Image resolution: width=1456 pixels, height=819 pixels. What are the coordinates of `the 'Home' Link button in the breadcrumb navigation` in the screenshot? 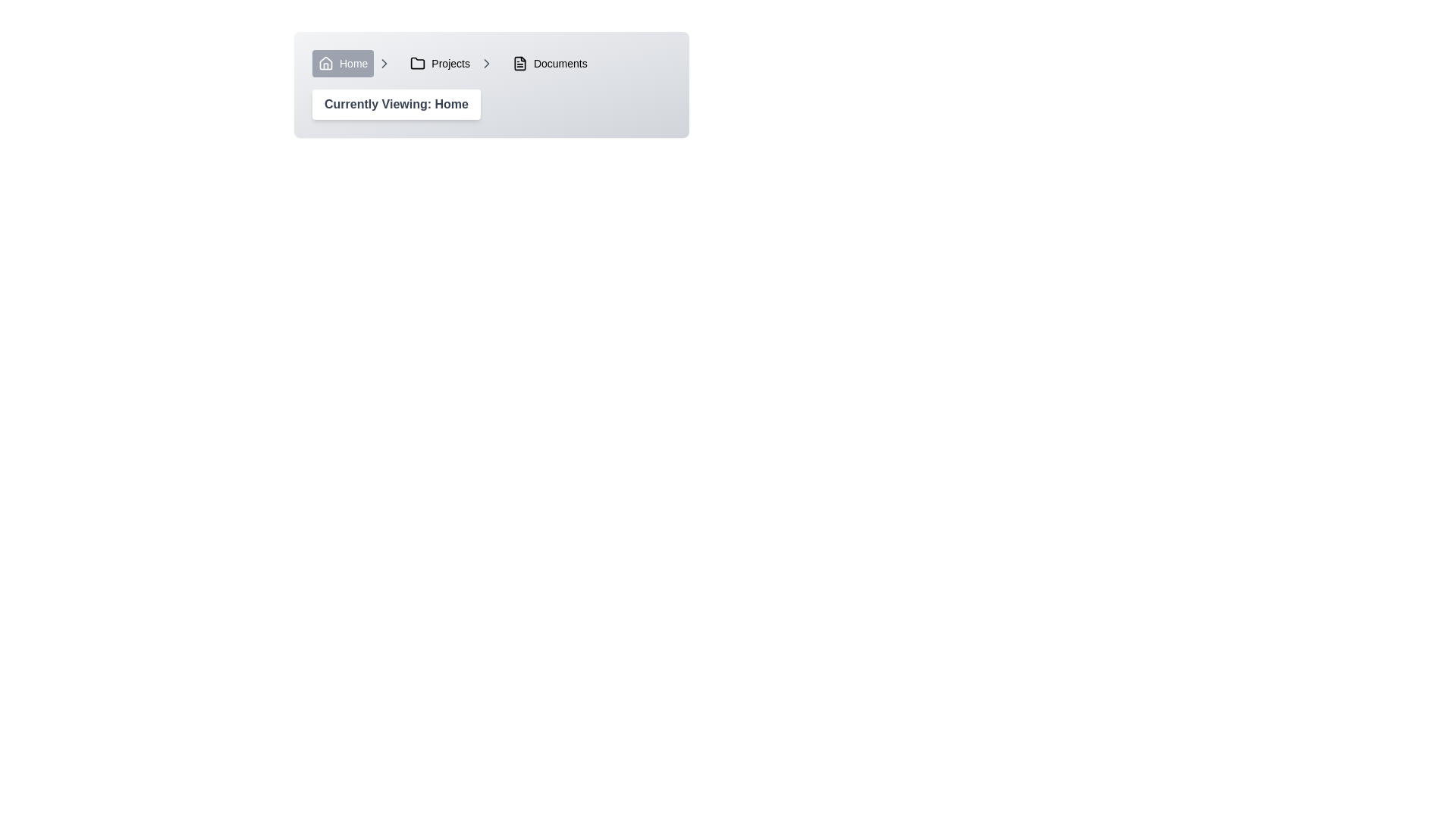 It's located at (351, 63).